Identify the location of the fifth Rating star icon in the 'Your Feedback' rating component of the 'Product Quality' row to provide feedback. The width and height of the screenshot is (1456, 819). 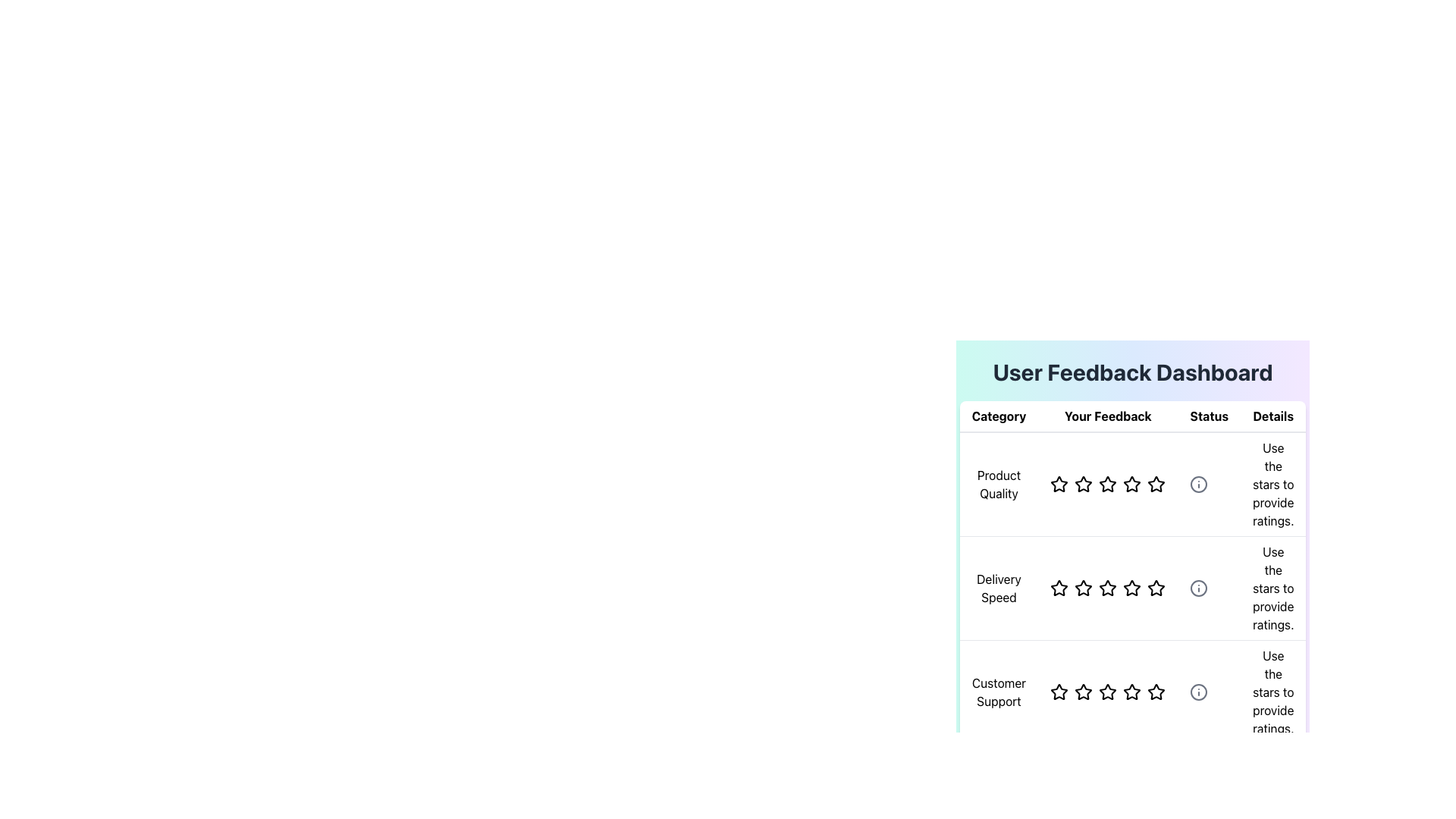
(1156, 484).